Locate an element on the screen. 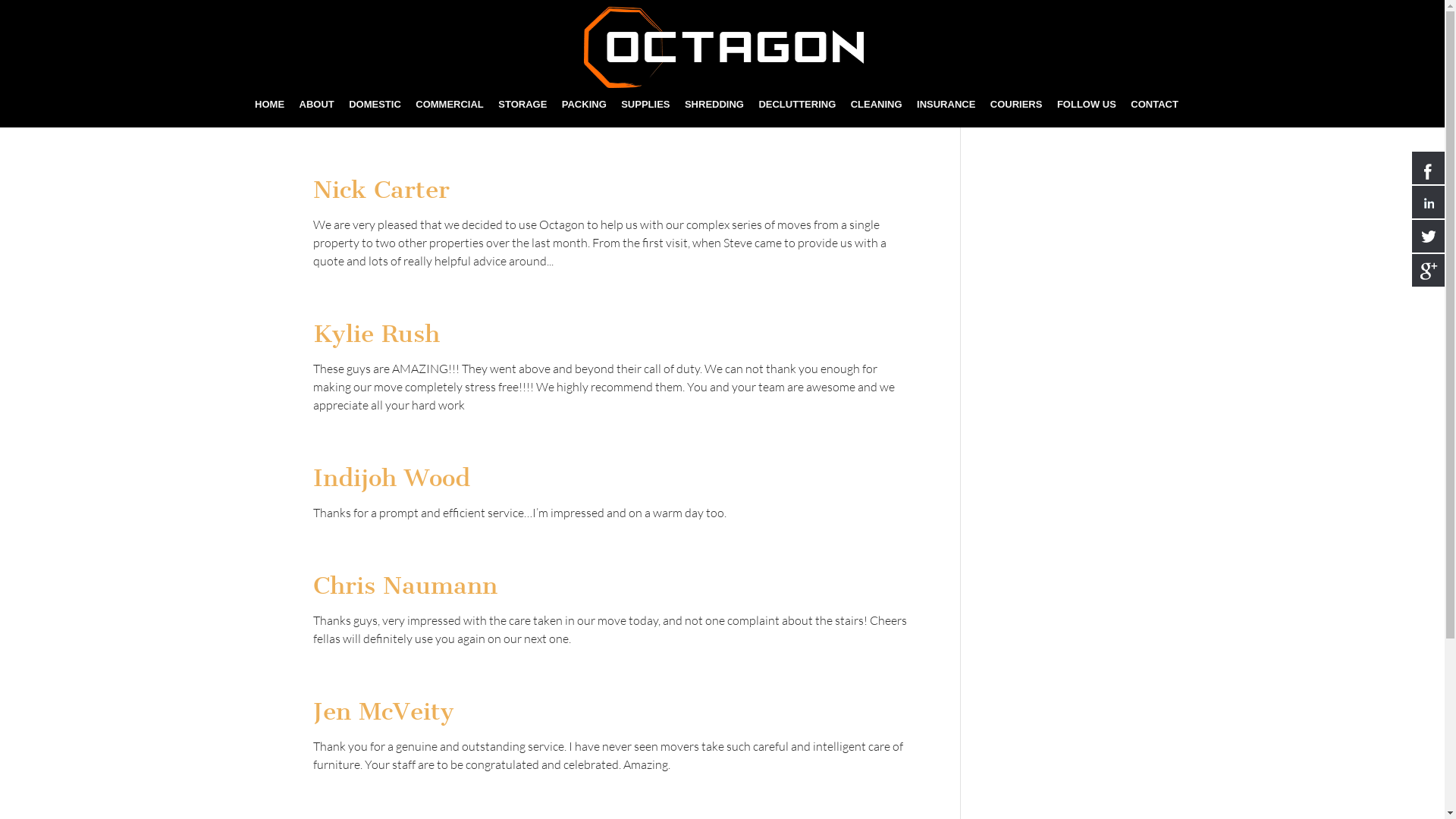  'PACKING' is located at coordinates (583, 112).